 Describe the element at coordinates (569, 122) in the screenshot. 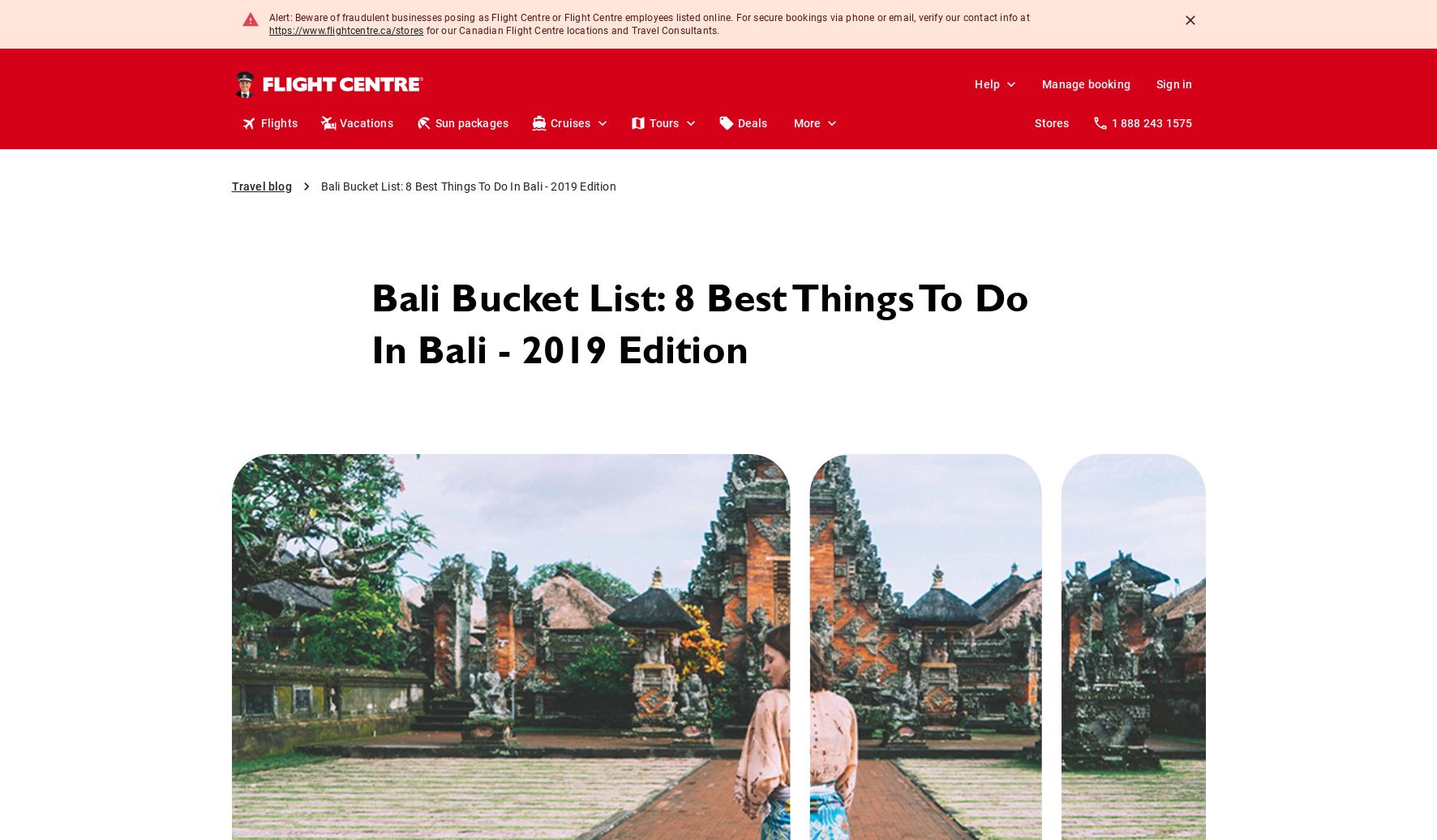

I see `'Cruises'` at that location.